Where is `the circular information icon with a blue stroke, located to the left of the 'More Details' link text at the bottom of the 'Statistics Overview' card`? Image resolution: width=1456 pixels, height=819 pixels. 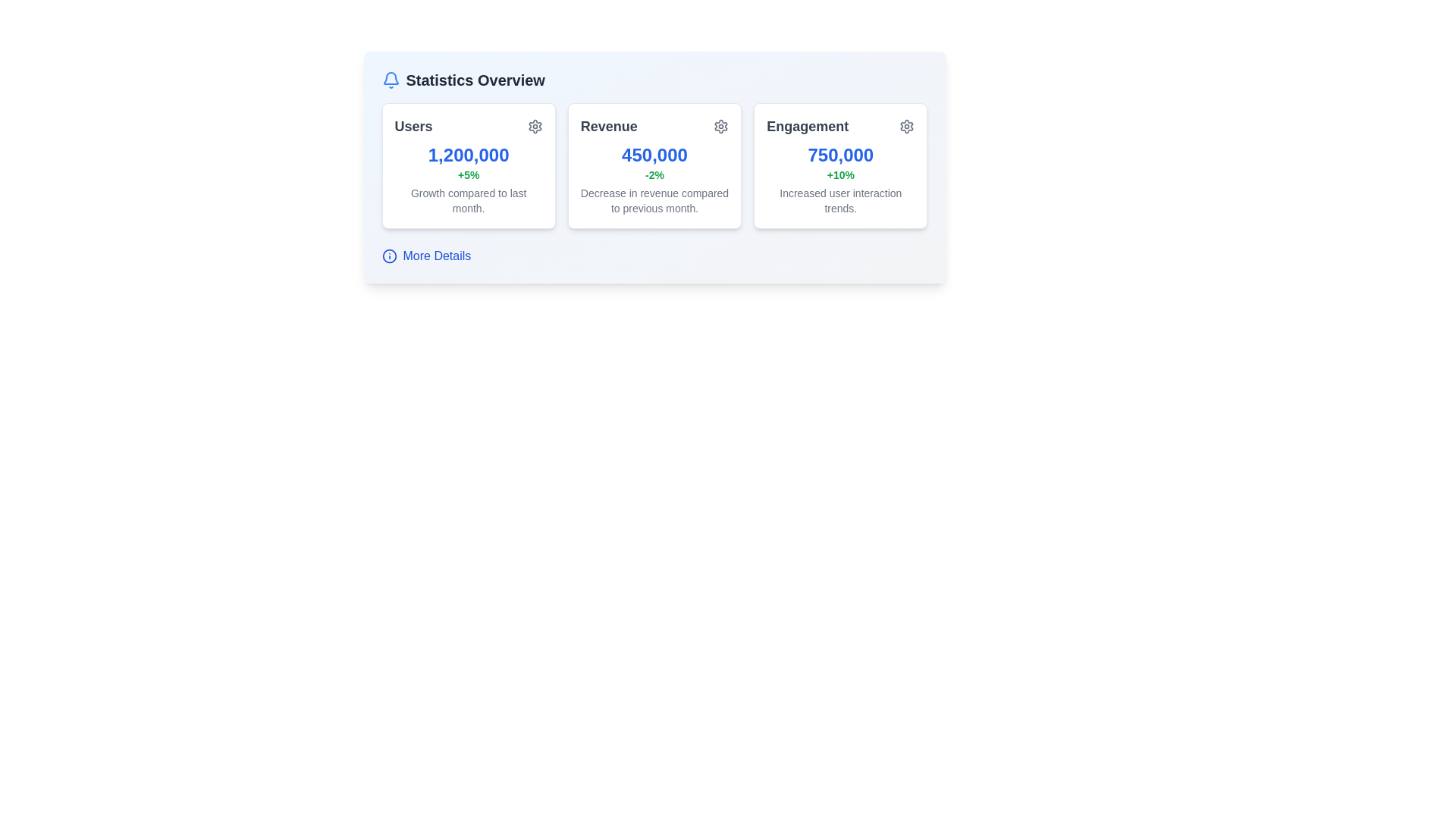 the circular information icon with a blue stroke, located to the left of the 'More Details' link text at the bottom of the 'Statistics Overview' card is located at coordinates (389, 256).